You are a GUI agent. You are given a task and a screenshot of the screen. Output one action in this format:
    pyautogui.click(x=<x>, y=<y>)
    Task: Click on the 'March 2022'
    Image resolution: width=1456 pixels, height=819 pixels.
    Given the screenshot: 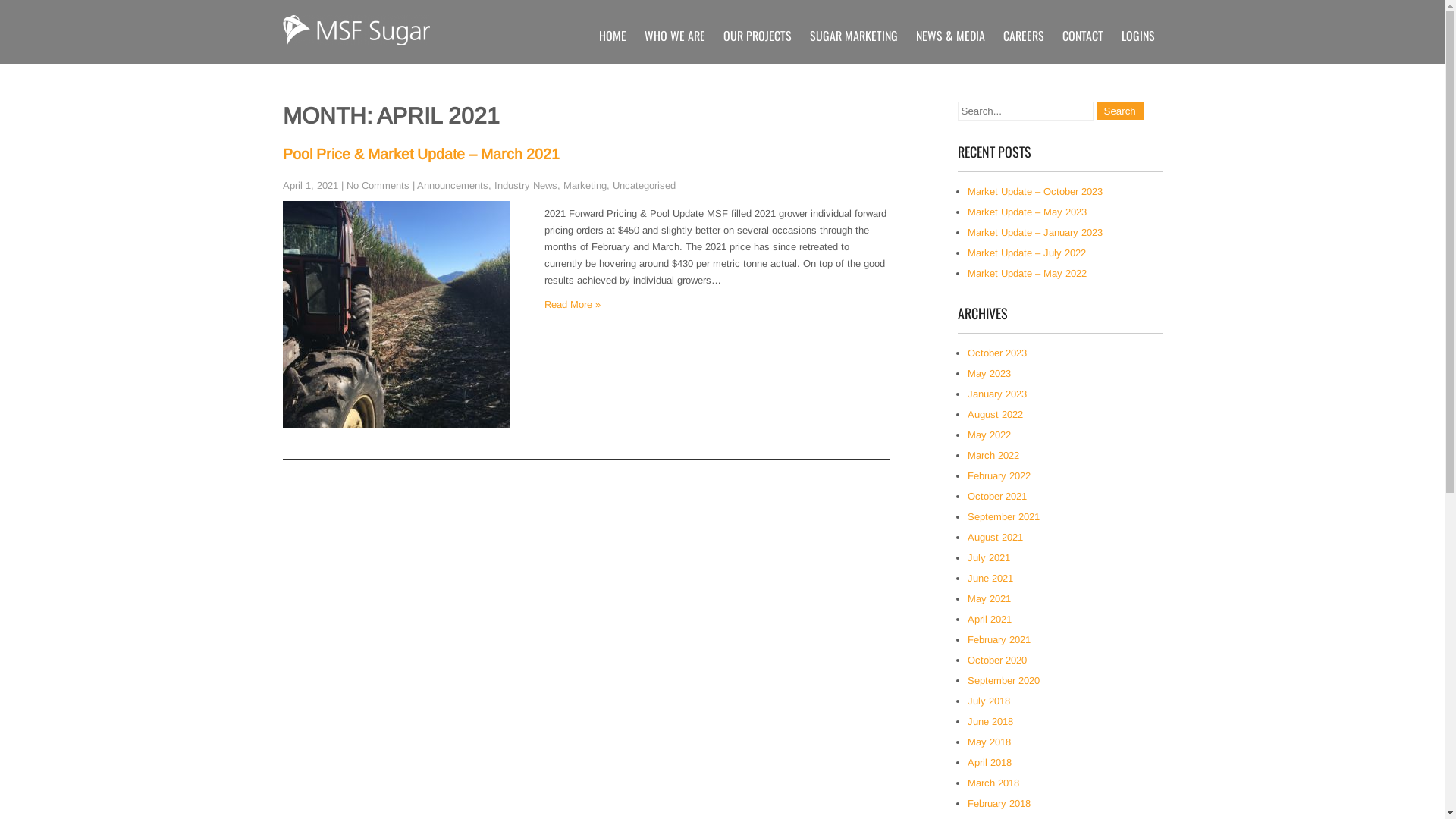 What is the action you would take?
    pyautogui.click(x=967, y=454)
    